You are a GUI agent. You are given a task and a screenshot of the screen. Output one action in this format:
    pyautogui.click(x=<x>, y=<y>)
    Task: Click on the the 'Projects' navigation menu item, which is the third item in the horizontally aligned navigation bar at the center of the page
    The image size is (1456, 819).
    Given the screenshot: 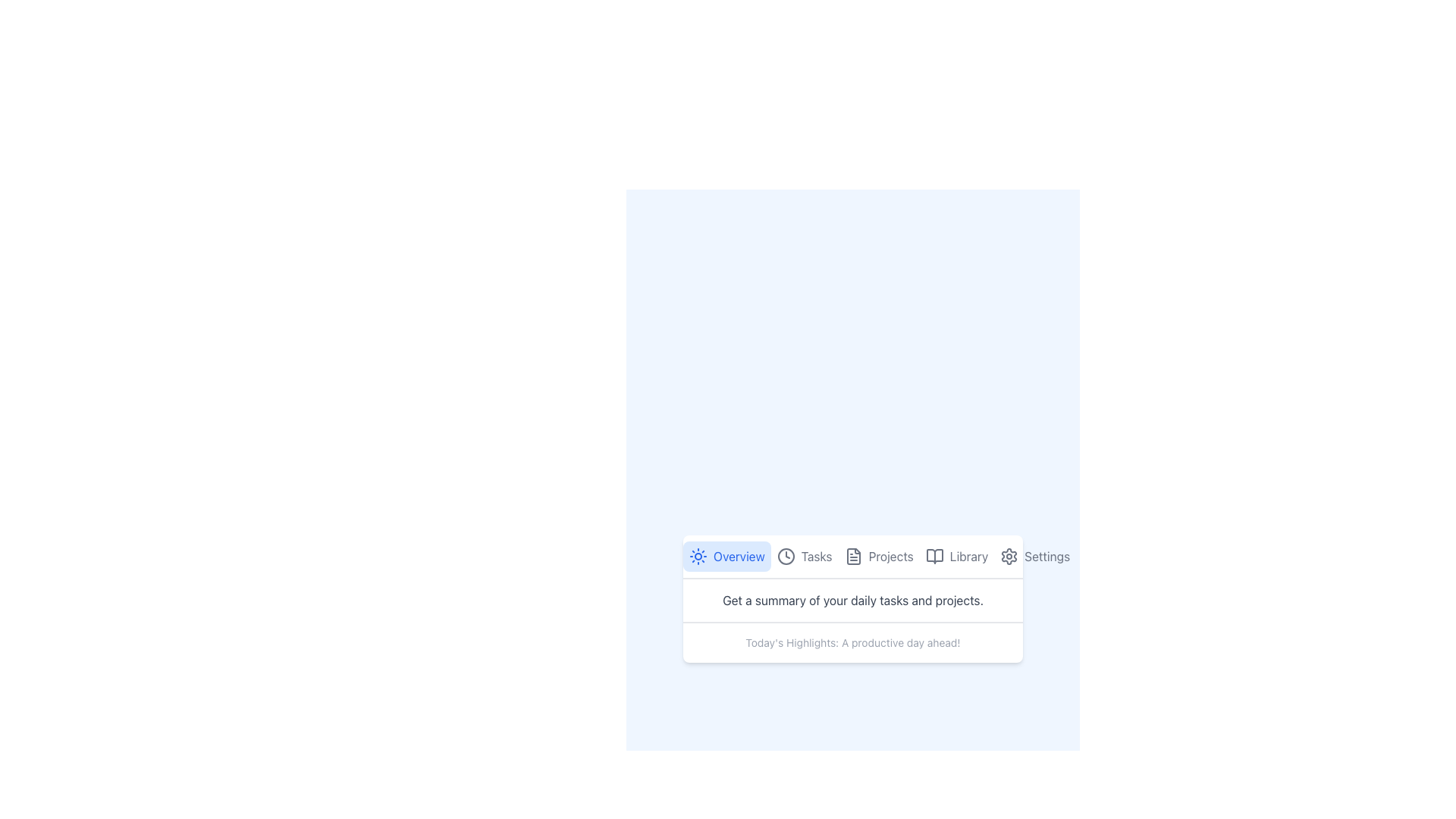 What is the action you would take?
    pyautogui.click(x=852, y=556)
    